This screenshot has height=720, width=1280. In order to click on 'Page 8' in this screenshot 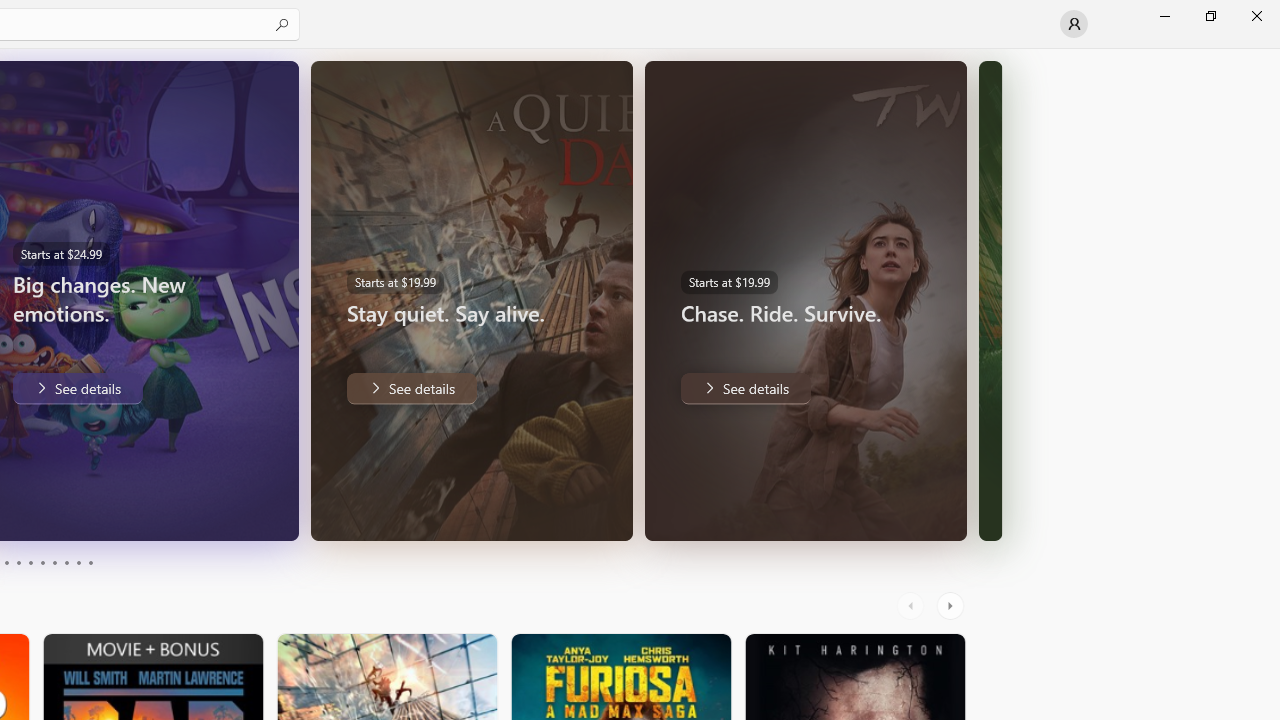, I will do `click(65, 563)`.